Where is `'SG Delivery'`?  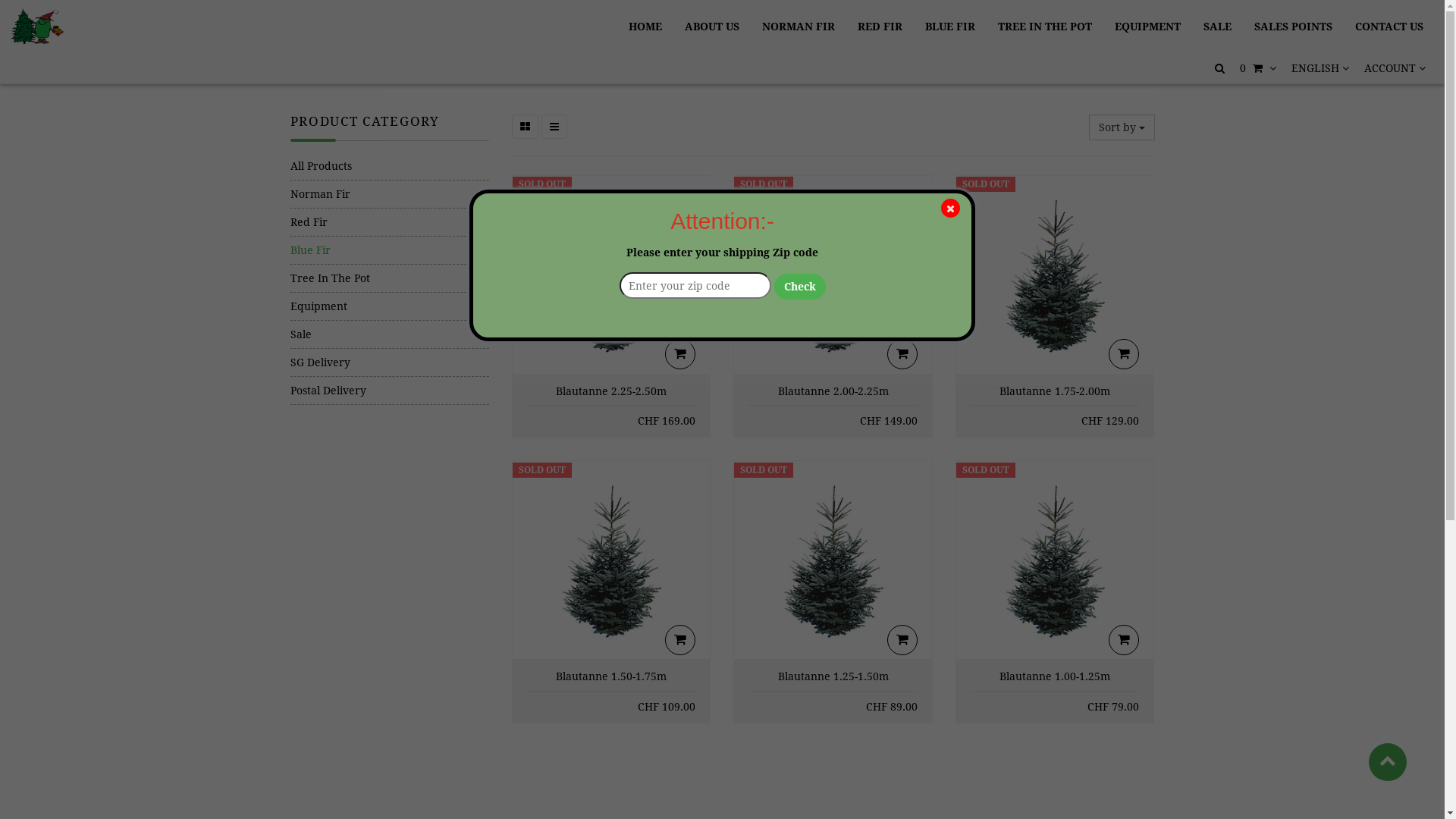
'SG Delivery' is located at coordinates (389, 362).